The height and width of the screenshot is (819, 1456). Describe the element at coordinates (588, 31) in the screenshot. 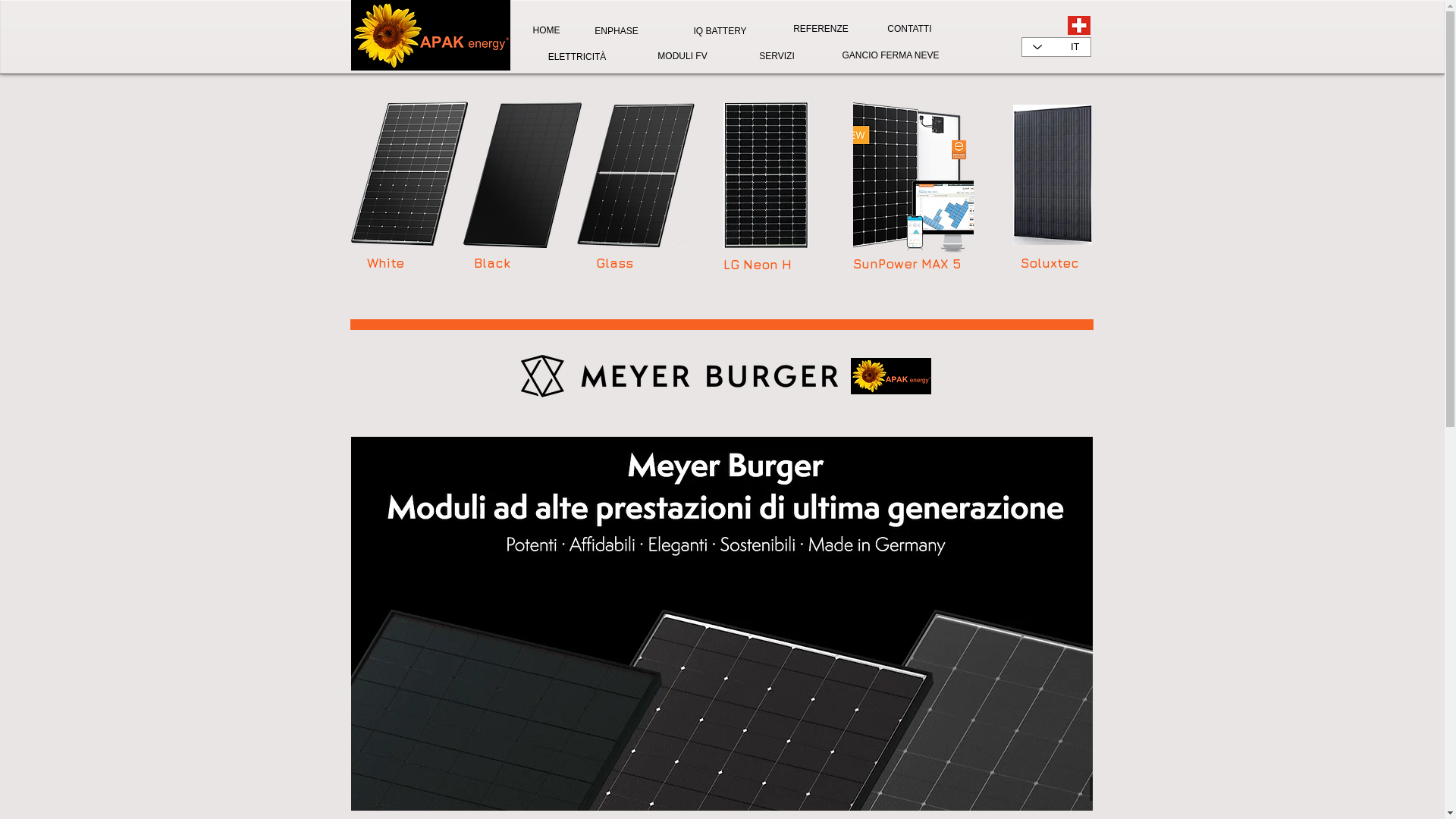

I see `'ENPHASE'` at that location.